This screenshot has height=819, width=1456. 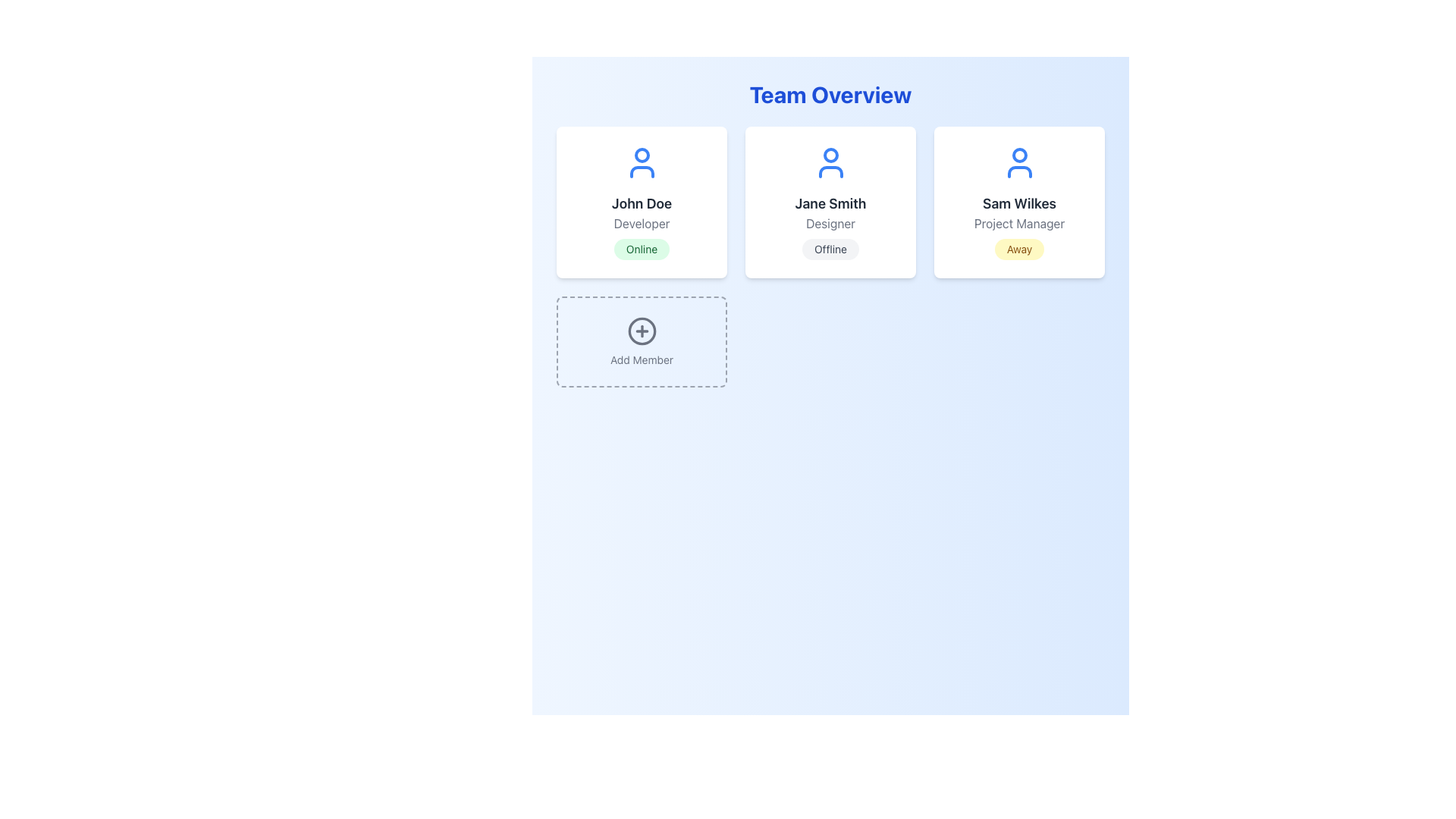 What do you see at coordinates (830, 223) in the screenshot?
I see `the Text Label element that contains the text 'Designer', styled with a gray font, located under 'Jane Smith' within a card layout` at bounding box center [830, 223].